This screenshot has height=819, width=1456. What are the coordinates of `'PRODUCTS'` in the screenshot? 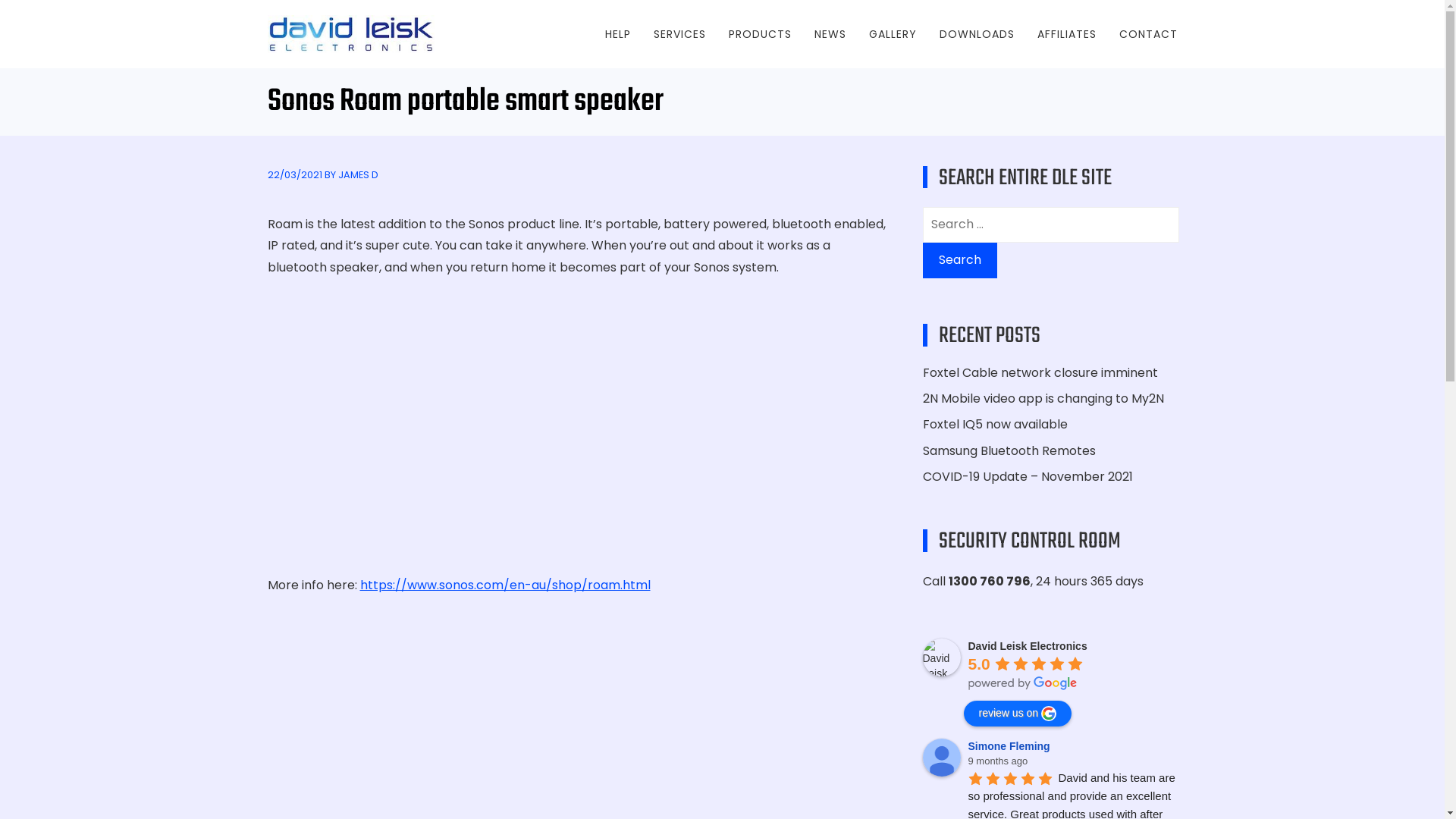 It's located at (728, 34).